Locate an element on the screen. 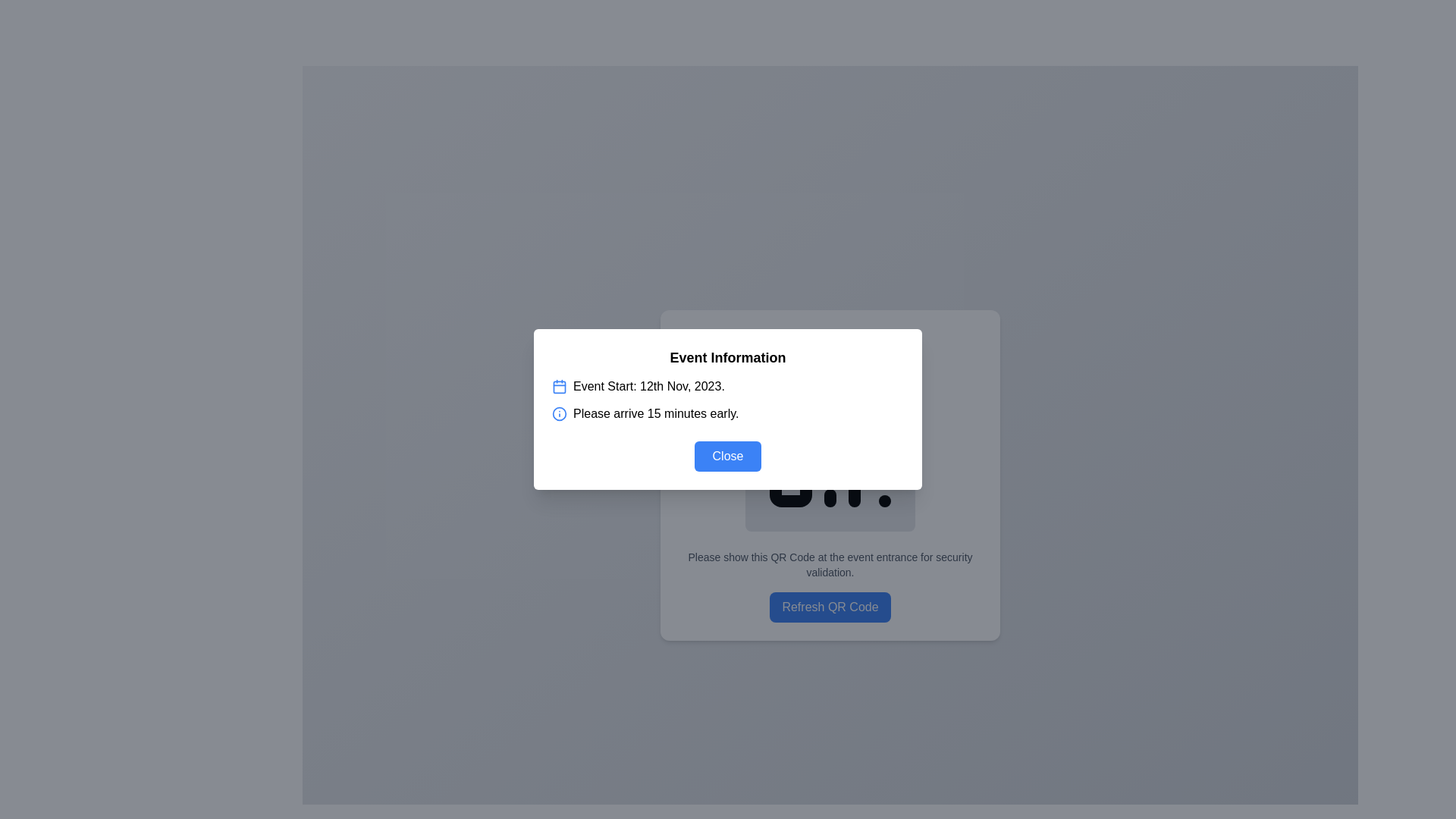  the 'Event Information' header, which is a bold, large font text located at the top of a centered popup card is located at coordinates (728, 357).